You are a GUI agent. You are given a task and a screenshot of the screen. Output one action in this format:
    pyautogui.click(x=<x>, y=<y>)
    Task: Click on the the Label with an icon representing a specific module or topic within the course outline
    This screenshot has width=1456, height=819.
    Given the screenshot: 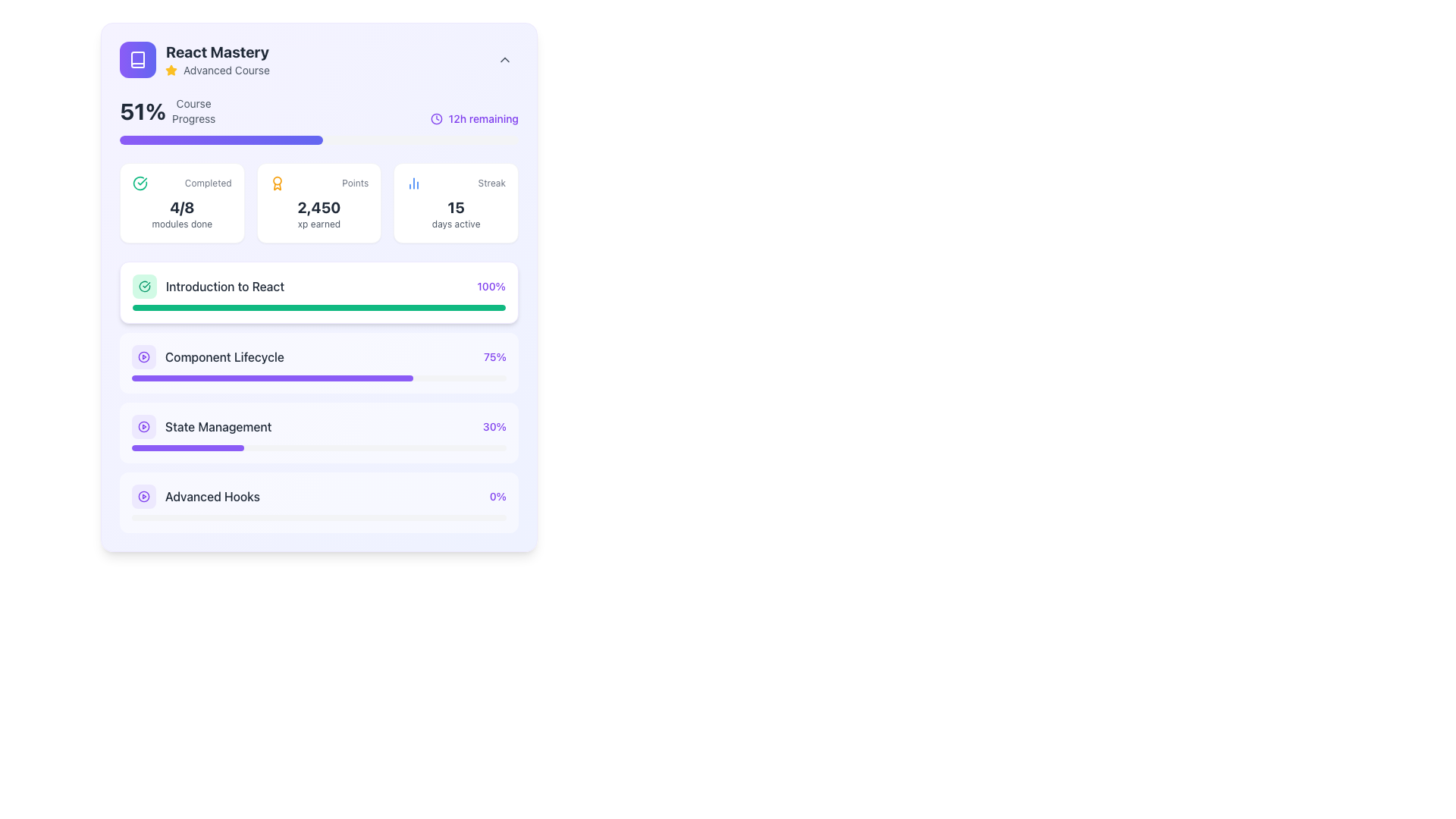 What is the action you would take?
    pyautogui.click(x=206, y=356)
    